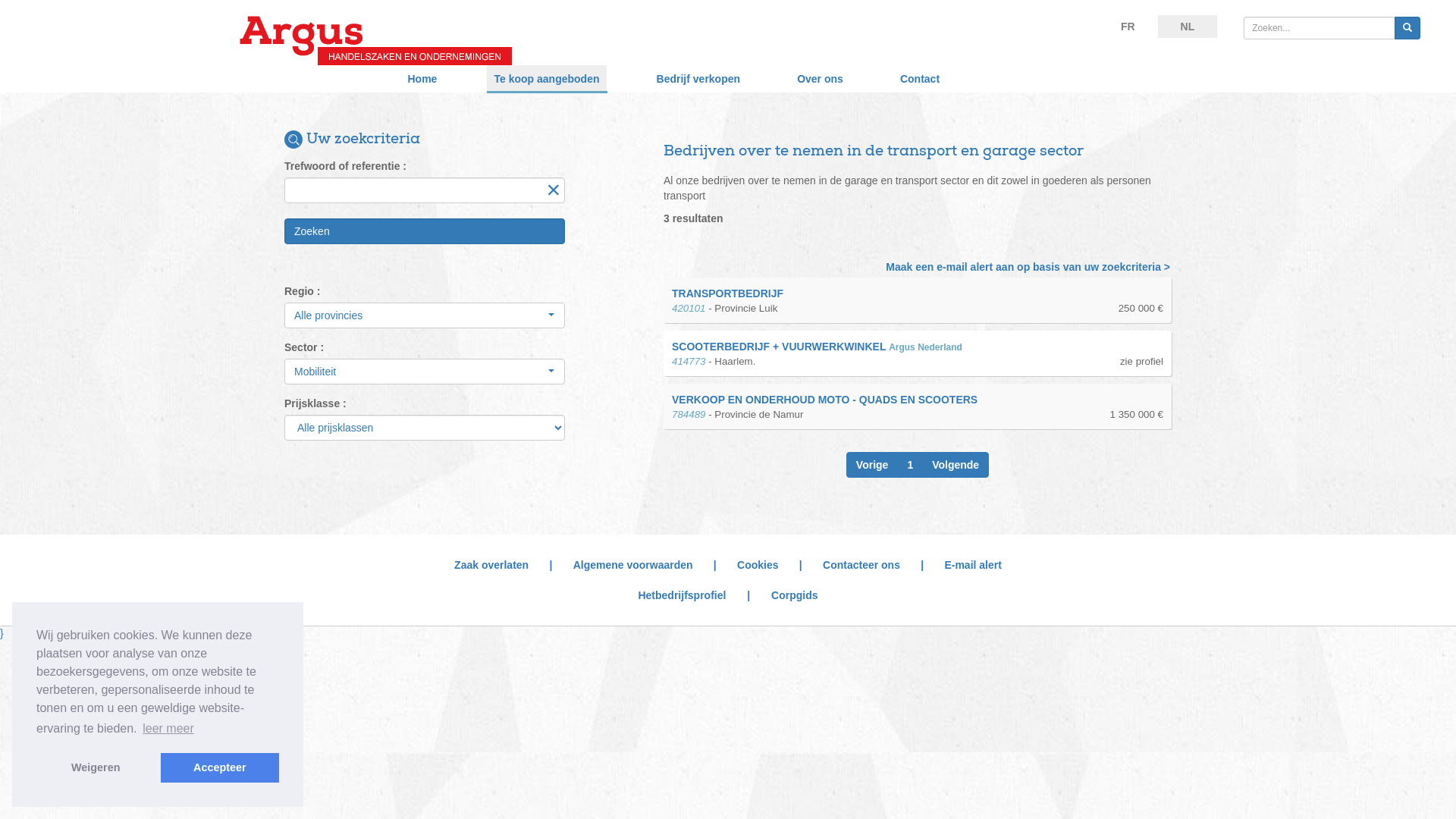 The image size is (1456, 819). Describe the element at coordinates (972, 564) in the screenshot. I see `'E-mail alert'` at that location.